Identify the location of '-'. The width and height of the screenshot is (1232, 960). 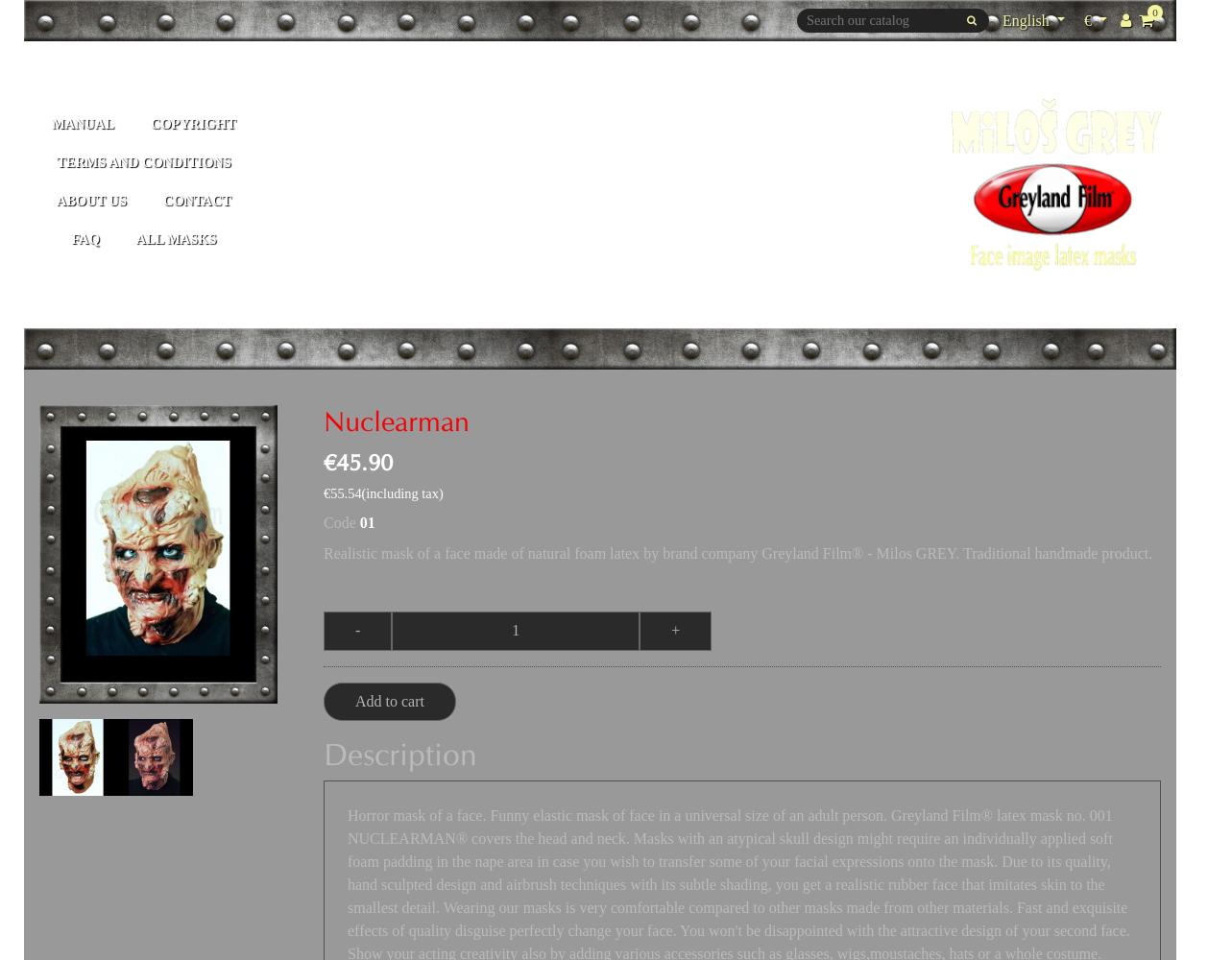
(357, 630).